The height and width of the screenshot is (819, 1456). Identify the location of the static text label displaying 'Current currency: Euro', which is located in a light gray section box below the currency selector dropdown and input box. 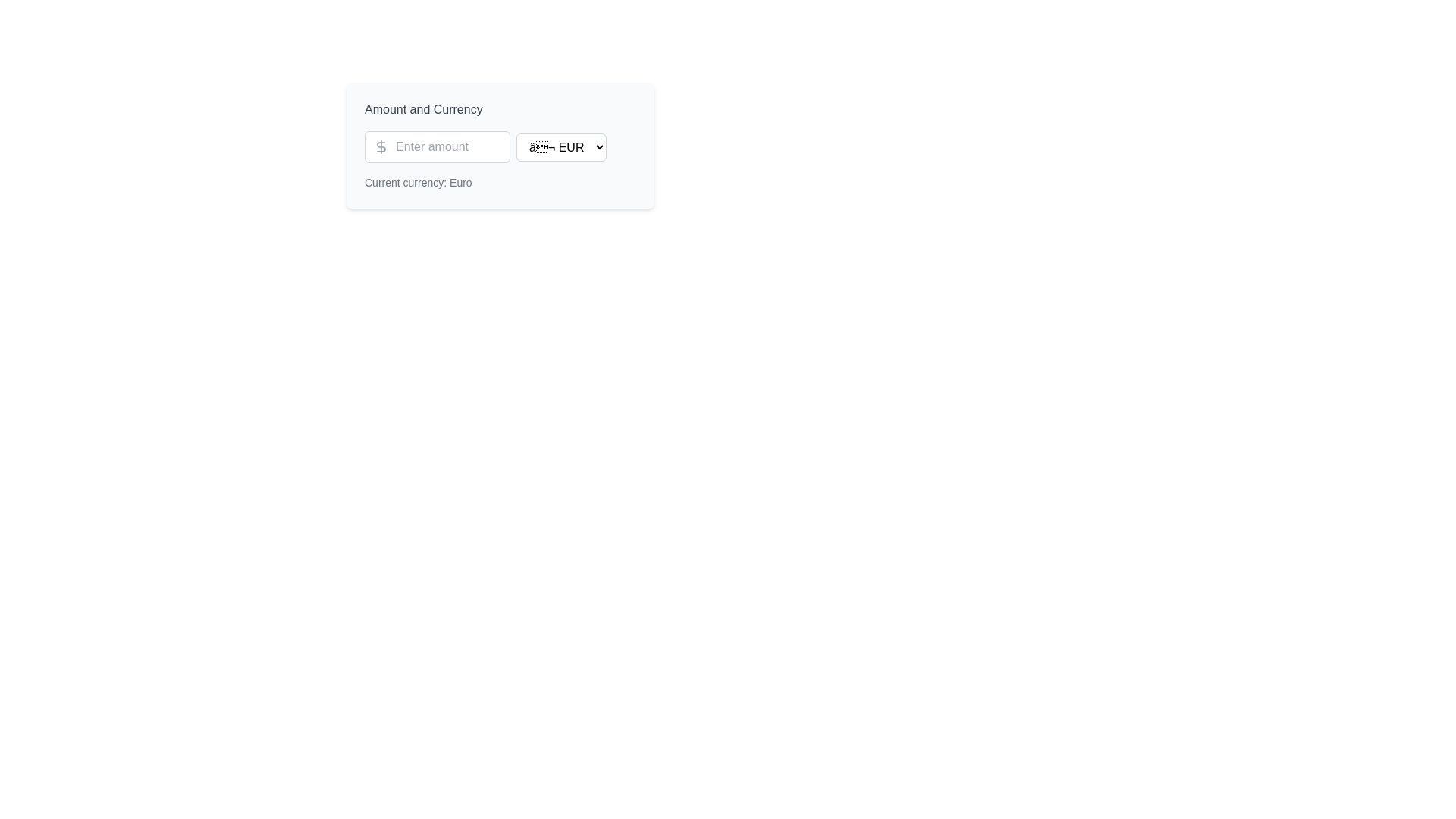
(418, 181).